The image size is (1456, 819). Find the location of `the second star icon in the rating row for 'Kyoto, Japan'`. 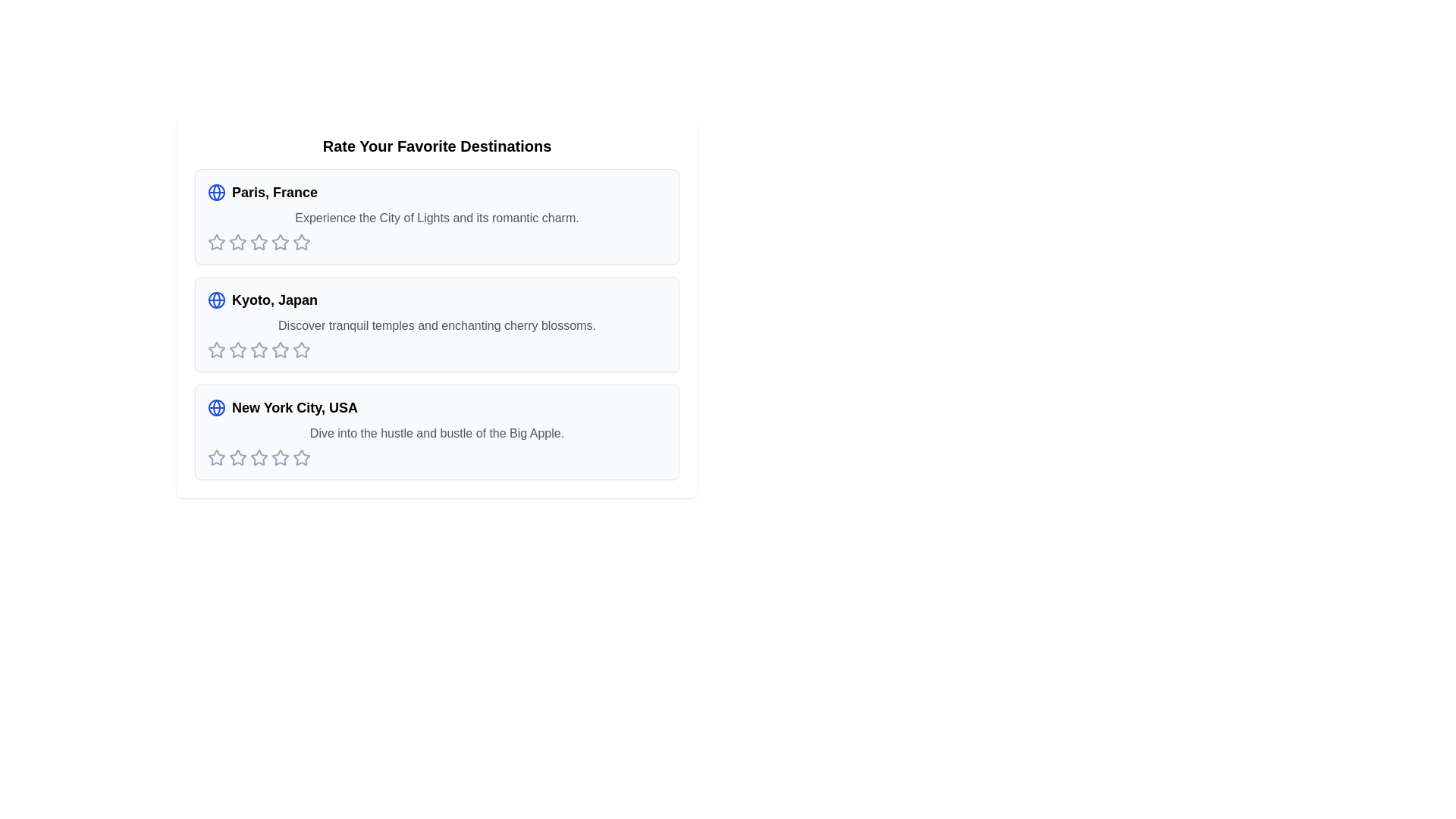

the second star icon in the rating row for 'Kyoto, Japan' is located at coordinates (259, 350).